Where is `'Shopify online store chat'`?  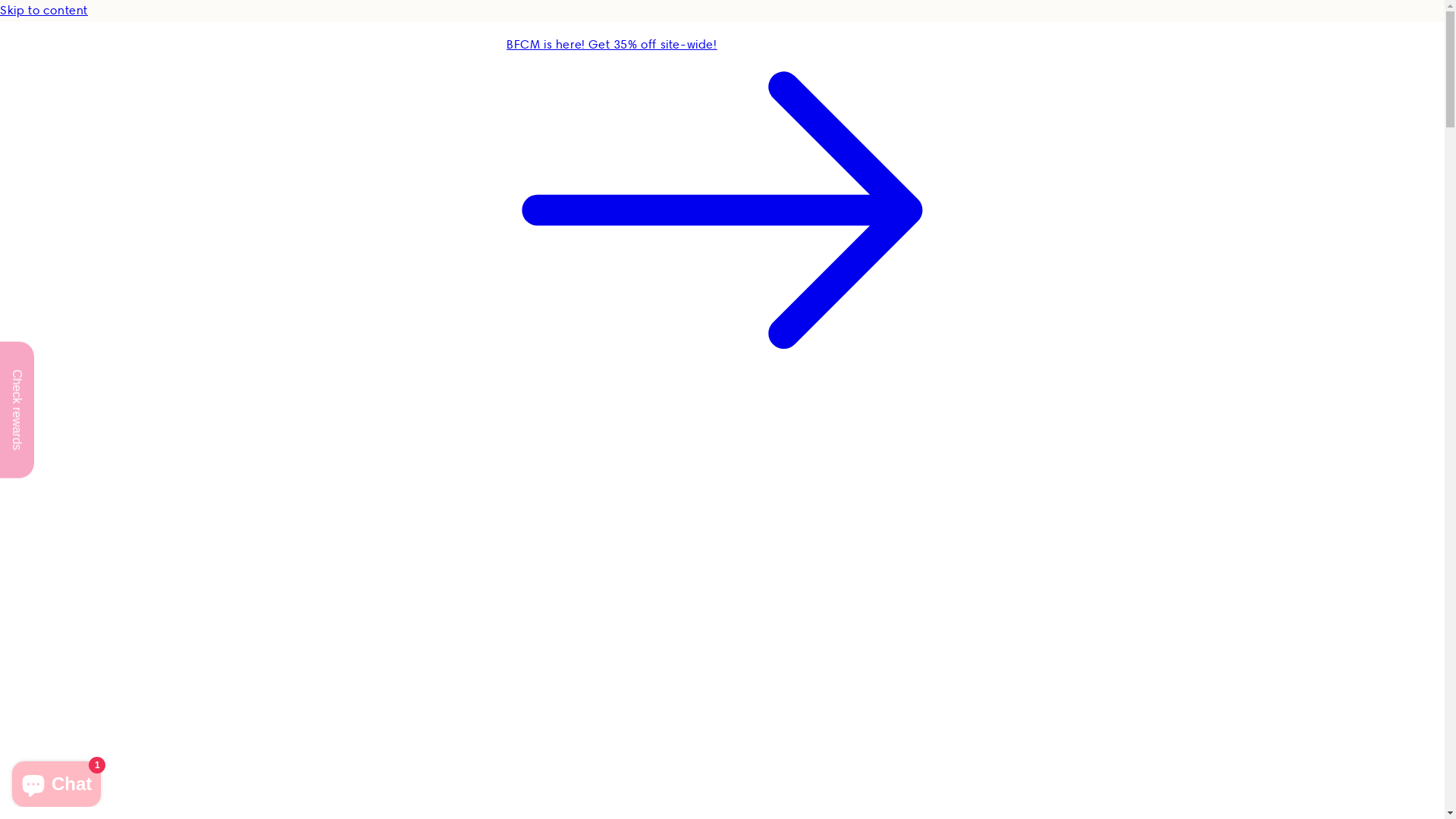 'Shopify online store chat' is located at coordinates (56, 780).